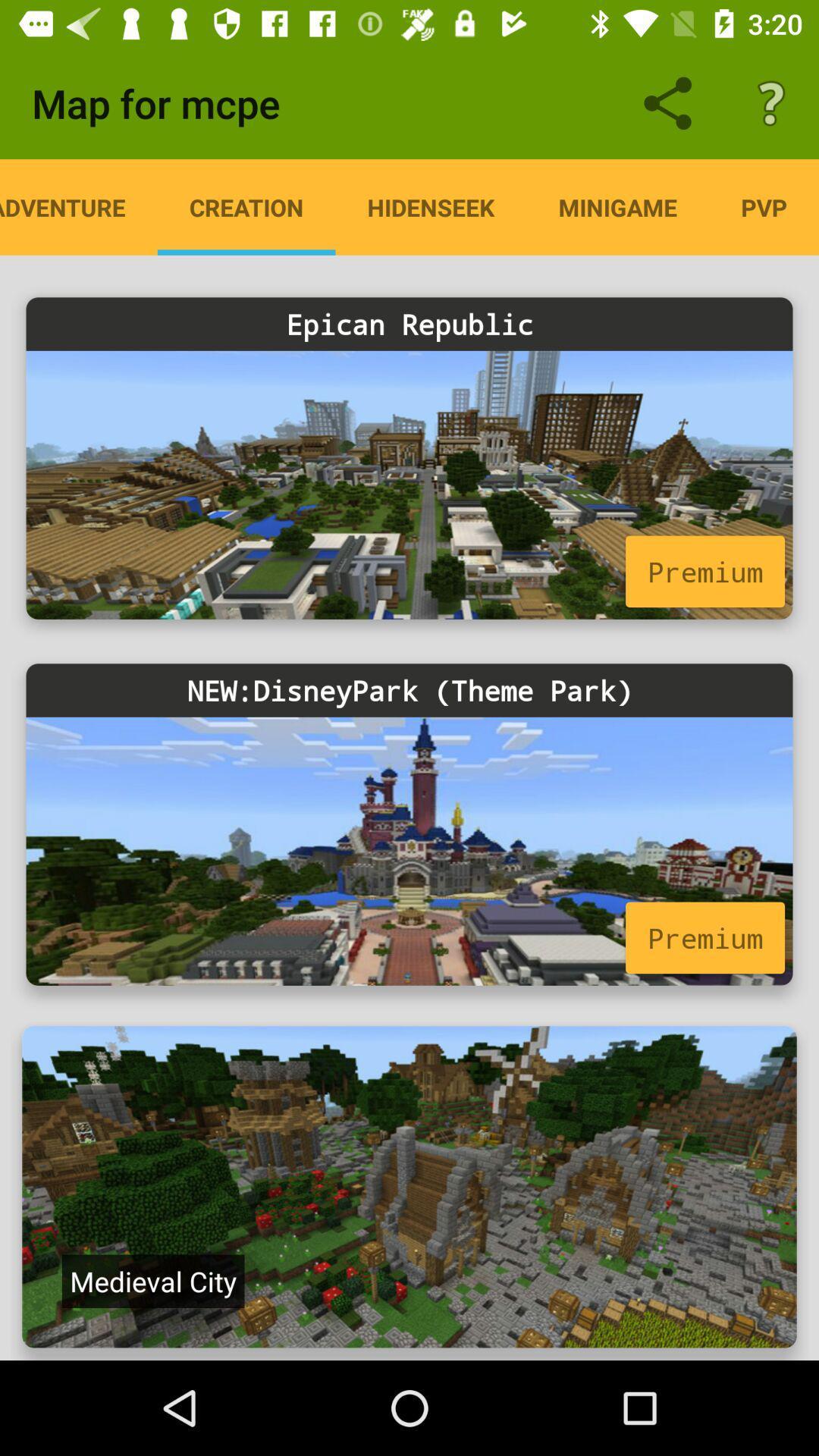 The width and height of the screenshot is (819, 1456). Describe the element at coordinates (409, 1186) in the screenshot. I see `goes to a map` at that location.